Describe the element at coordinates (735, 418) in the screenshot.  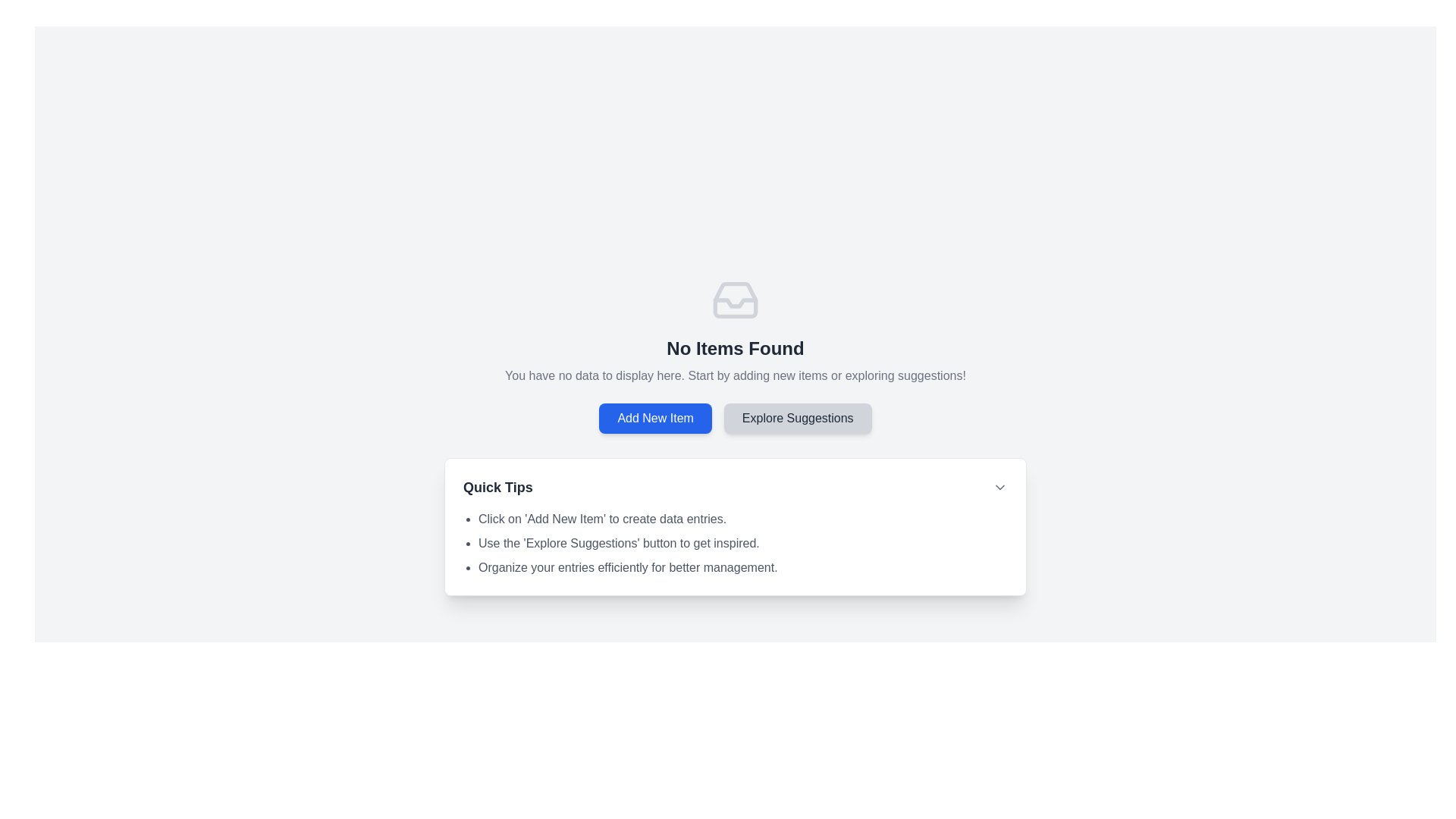
I see `the 'Add New Item' button located below the heading 'No Items Found' within the actionable button group` at that location.